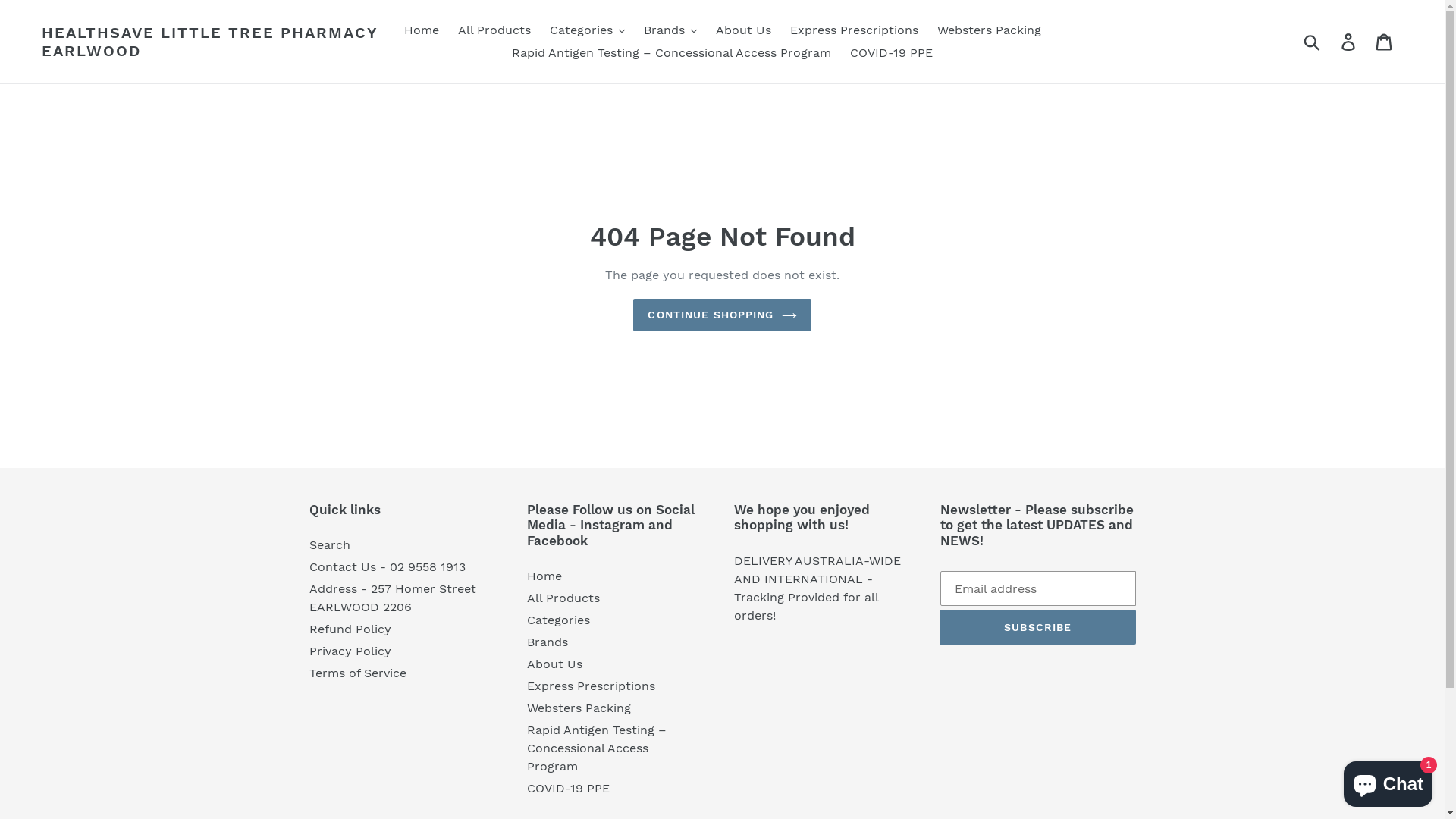 The height and width of the screenshot is (819, 1456). Describe the element at coordinates (349, 650) in the screenshot. I see `'Privacy Policy'` at that location.